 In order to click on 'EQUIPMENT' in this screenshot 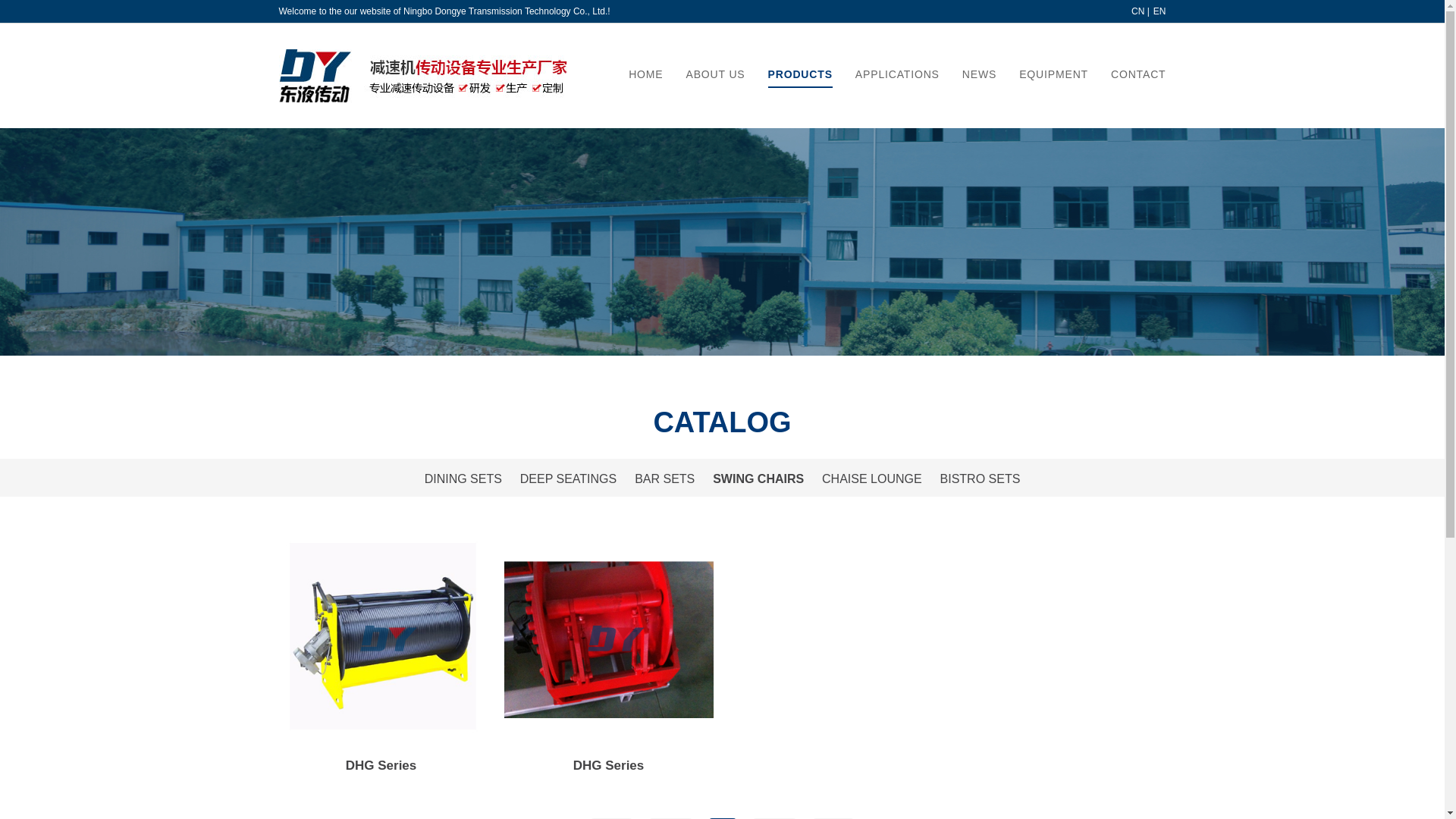, I will do `click(1053, 74)`.